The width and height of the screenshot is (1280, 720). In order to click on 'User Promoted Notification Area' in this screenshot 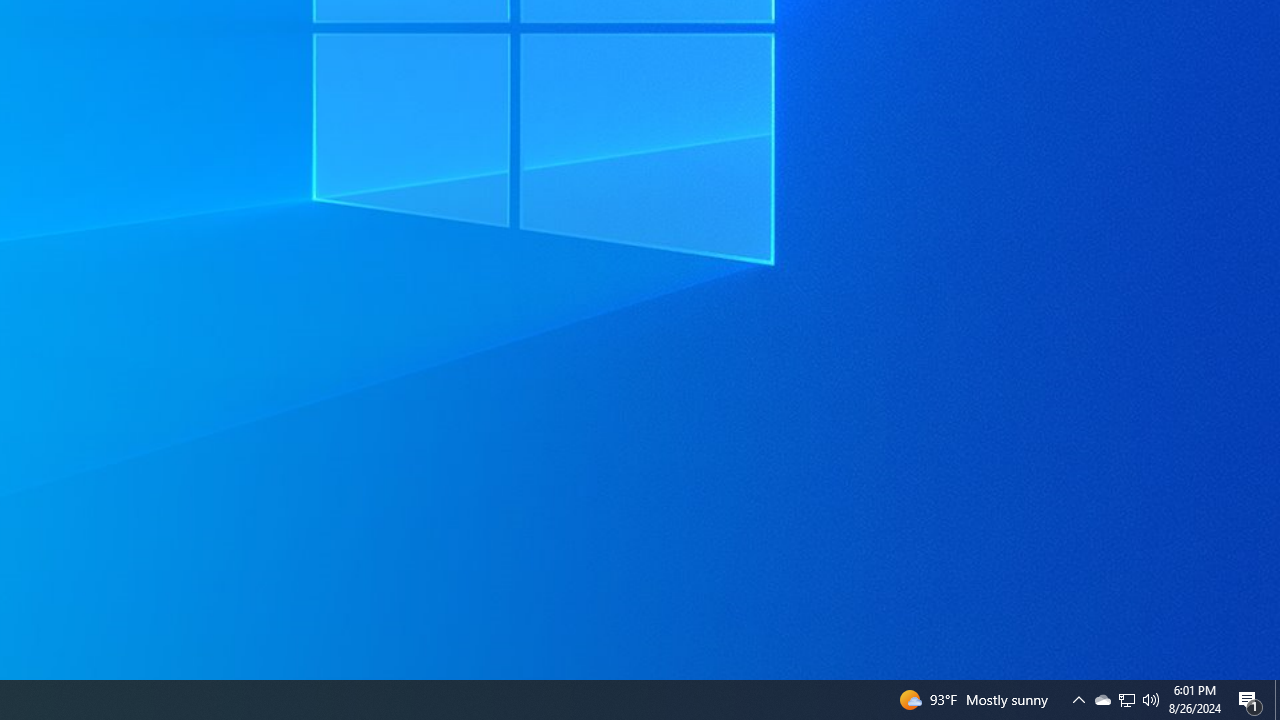, I will do `click(1127, 698)`.